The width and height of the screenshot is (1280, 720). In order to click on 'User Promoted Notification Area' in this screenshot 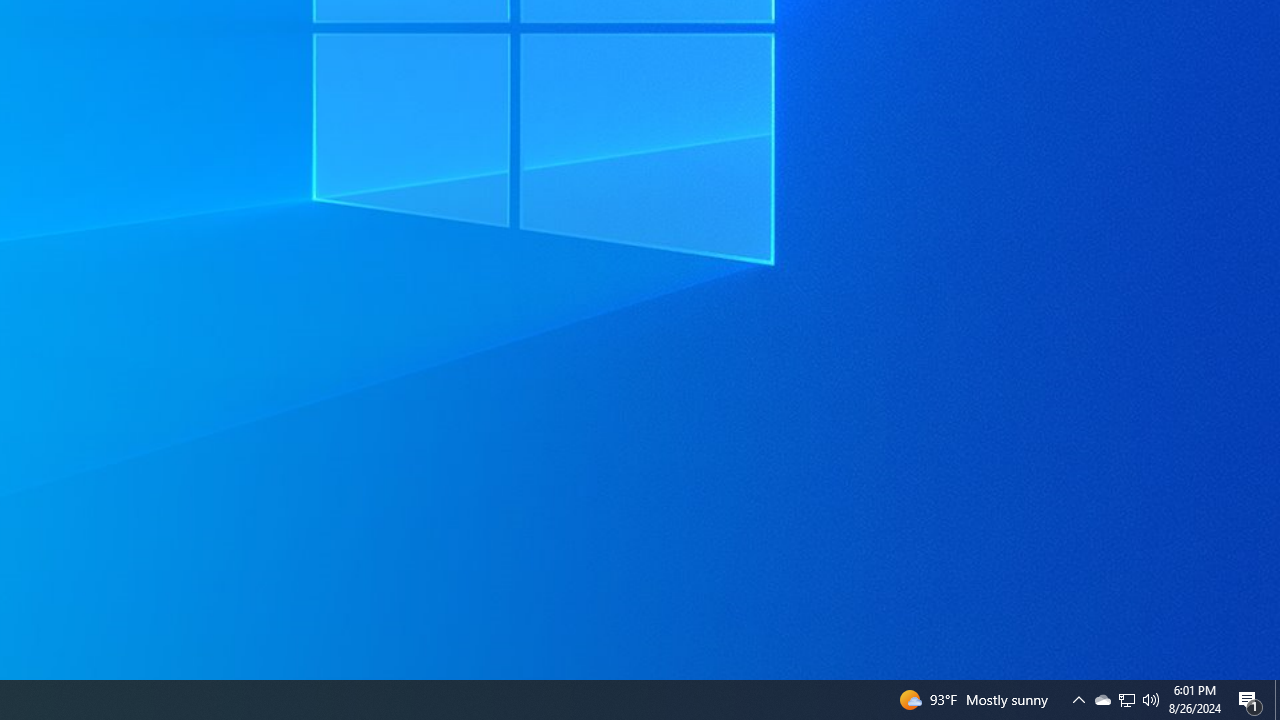, I will do `click(1127, 698)`.